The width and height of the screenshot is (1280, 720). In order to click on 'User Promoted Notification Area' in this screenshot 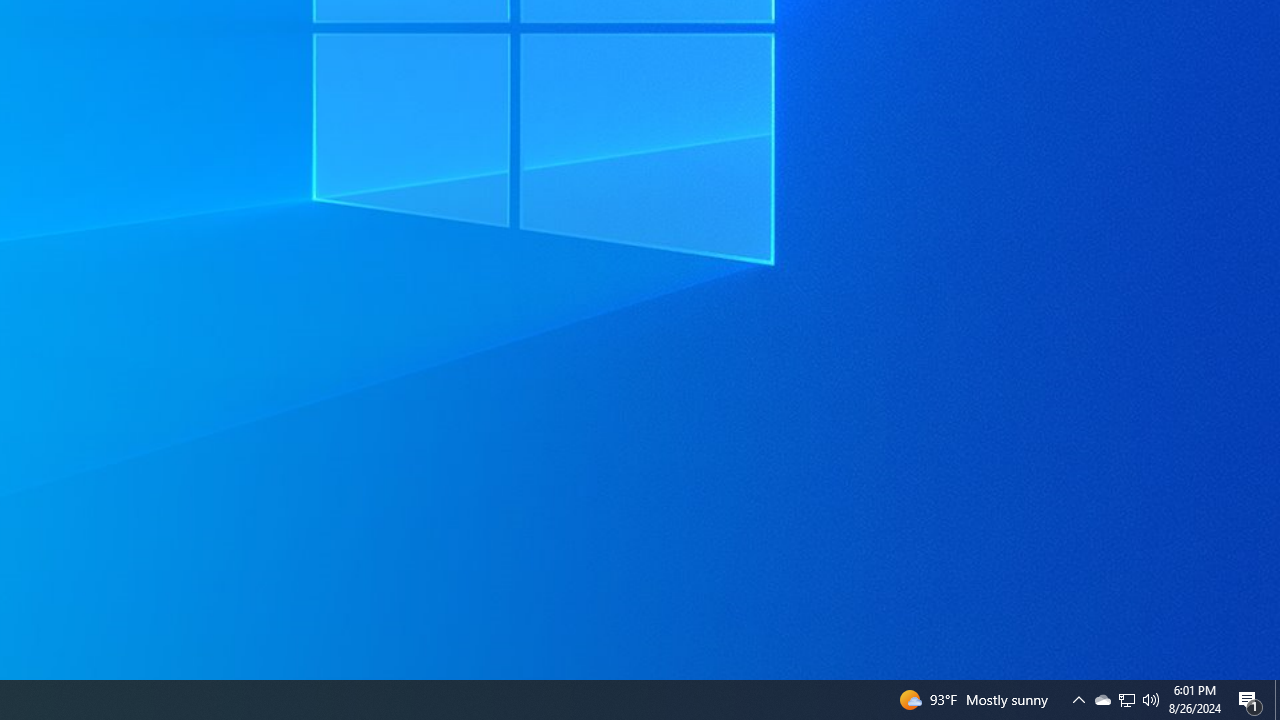, I will do `click(1127, 698)`.